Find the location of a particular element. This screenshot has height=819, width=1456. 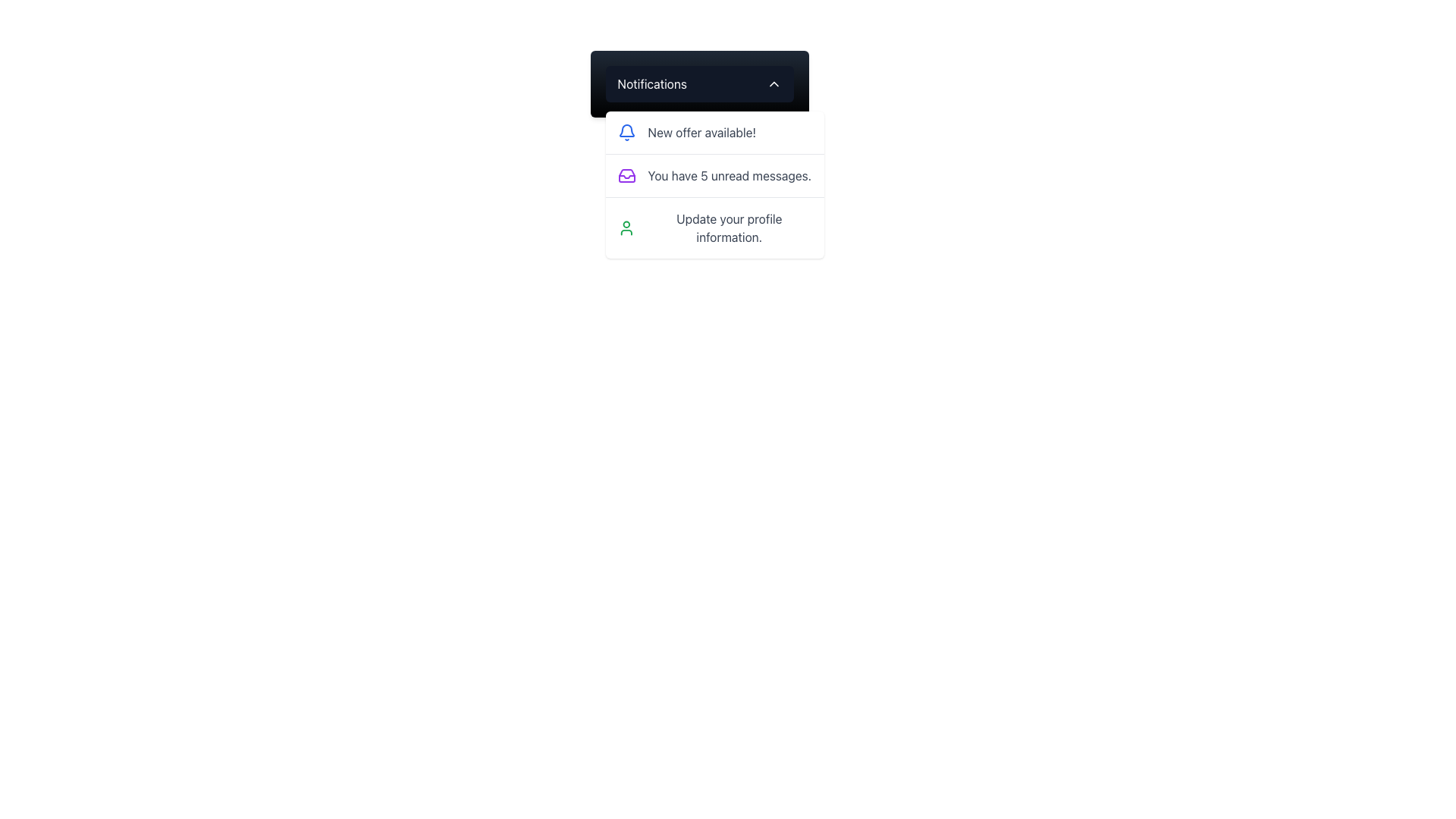

the chevron icon in the Notifications section is located at coordinates (773, 84).